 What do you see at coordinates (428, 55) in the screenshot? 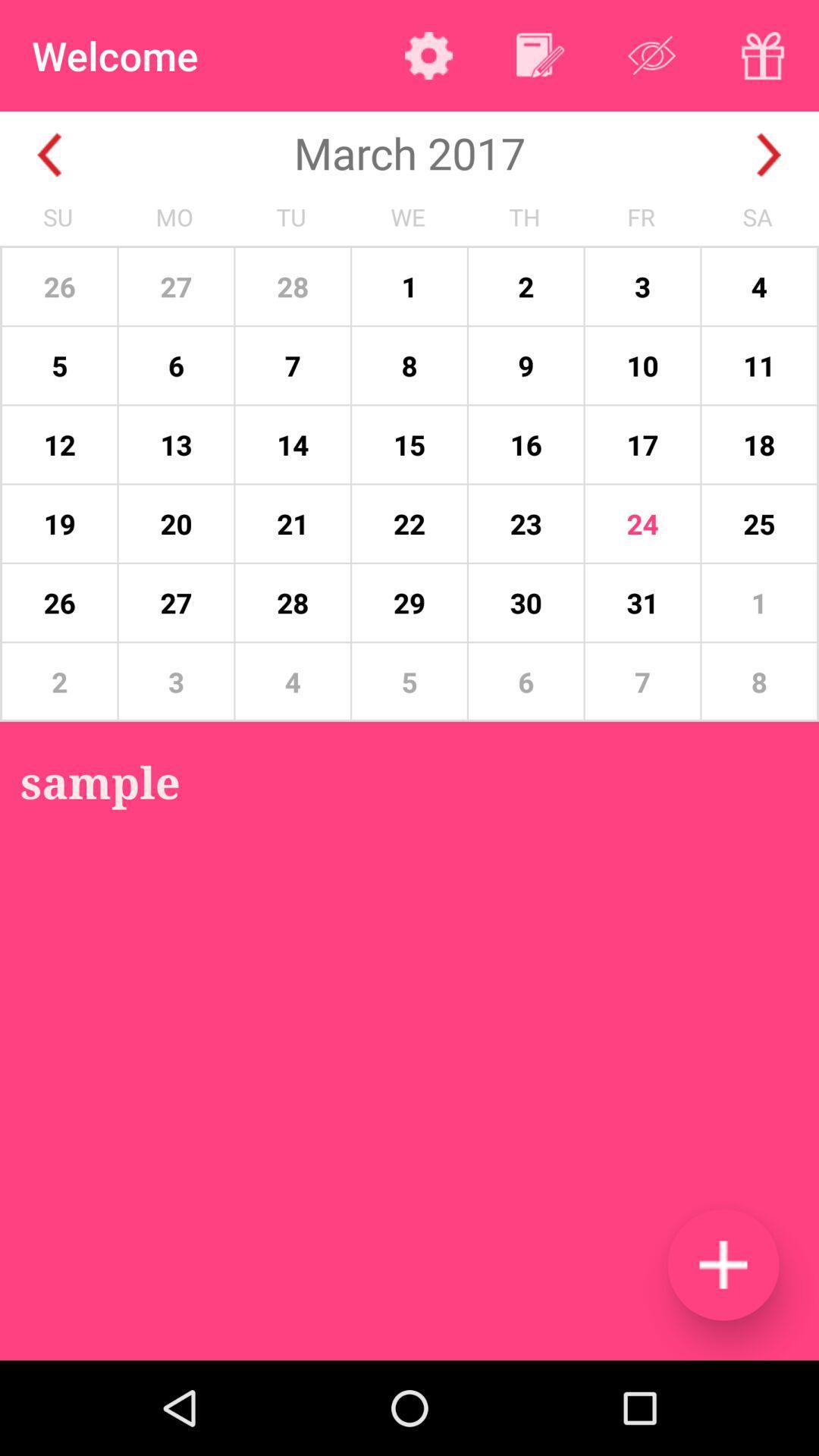
I see `settings` at bounding box center [428, 55].